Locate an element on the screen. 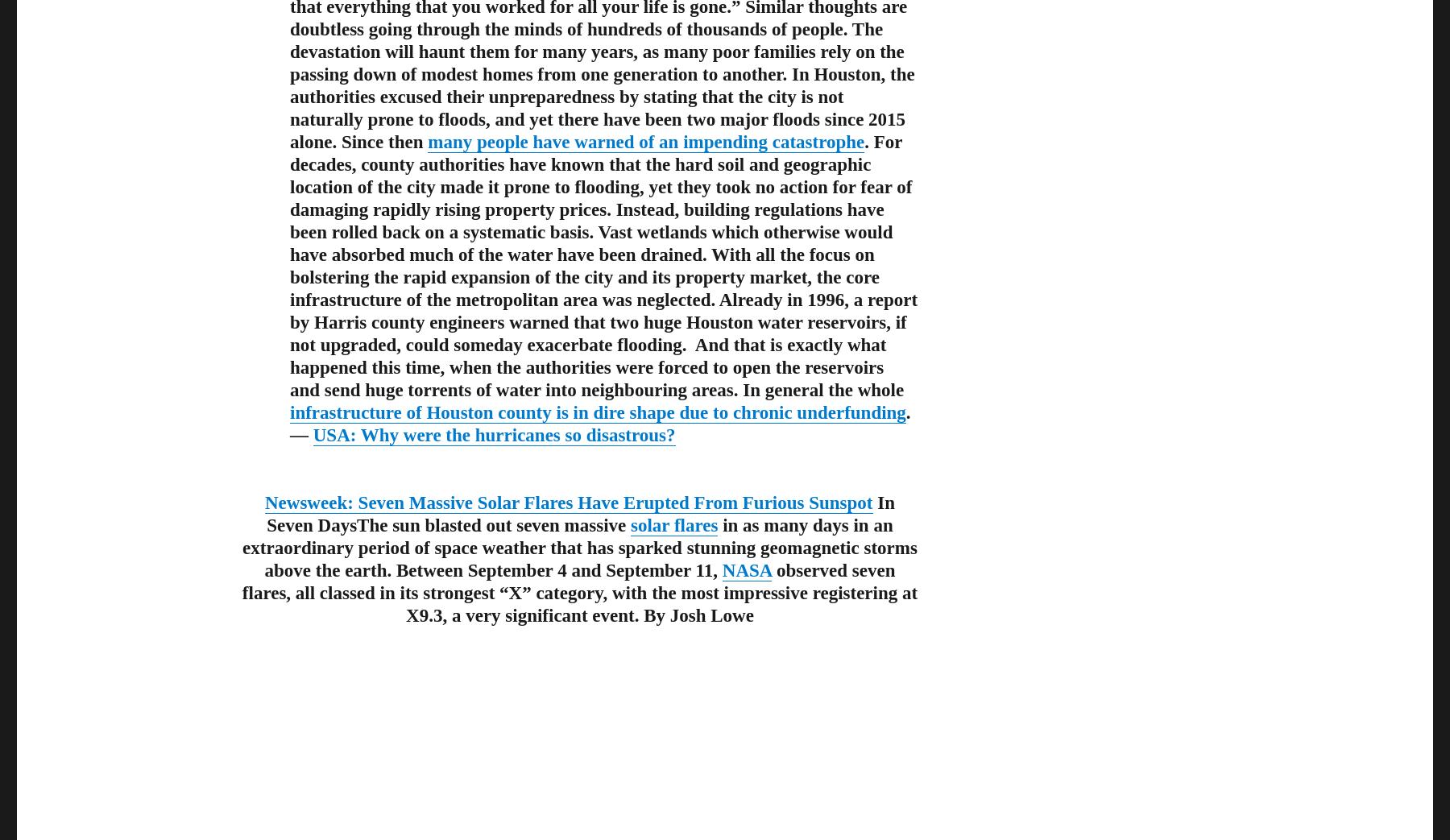 This screenshot has width=1450, height=840. 'solar flares' is located at coordinates (674, 523).